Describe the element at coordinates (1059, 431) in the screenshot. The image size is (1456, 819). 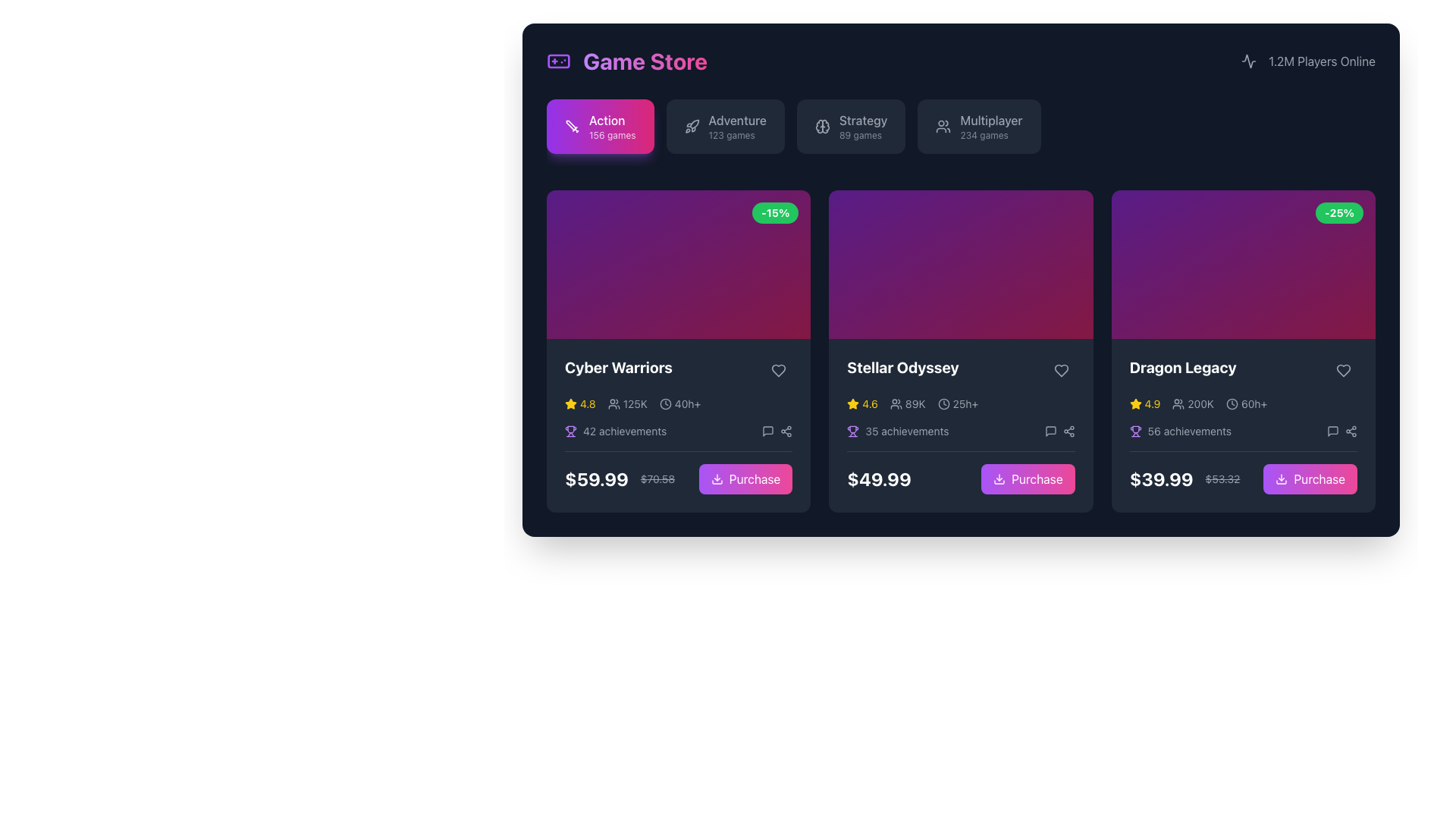
I see `the grouped interactive icons for the game 'Stellar Odyssey', located to the right of '35 achievements' and above the price information` at that location.